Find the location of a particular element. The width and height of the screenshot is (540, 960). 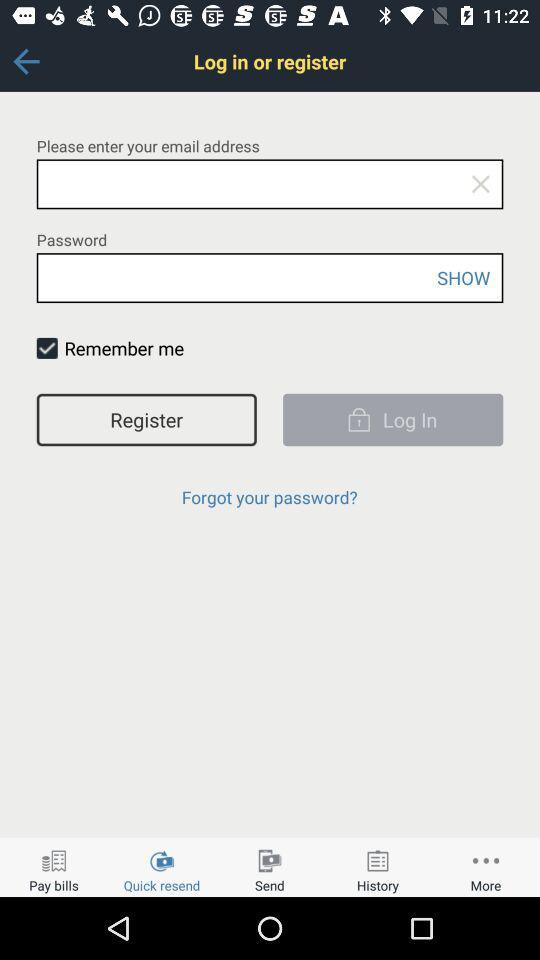

the close icon is located at coordinates (479, 184).